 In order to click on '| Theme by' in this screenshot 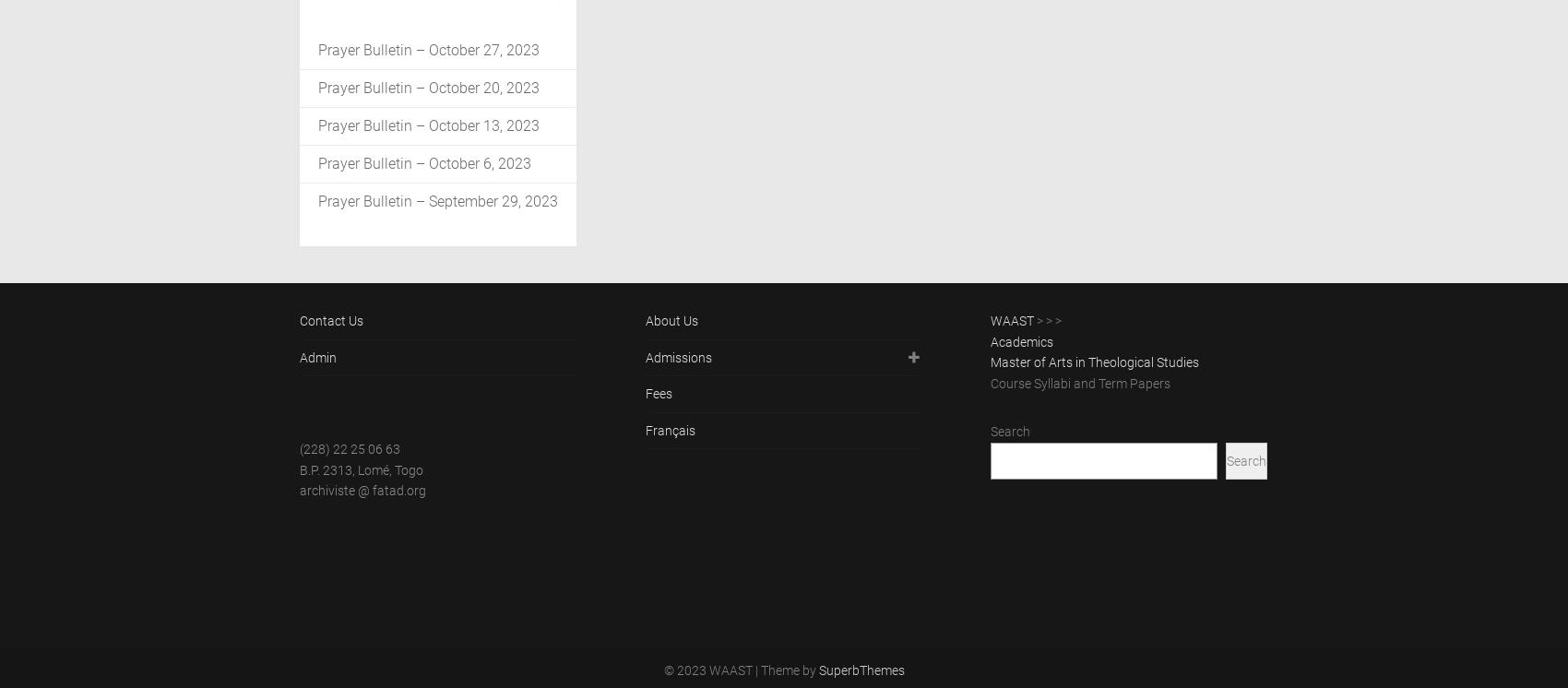, I will do `click(786, 669)`.